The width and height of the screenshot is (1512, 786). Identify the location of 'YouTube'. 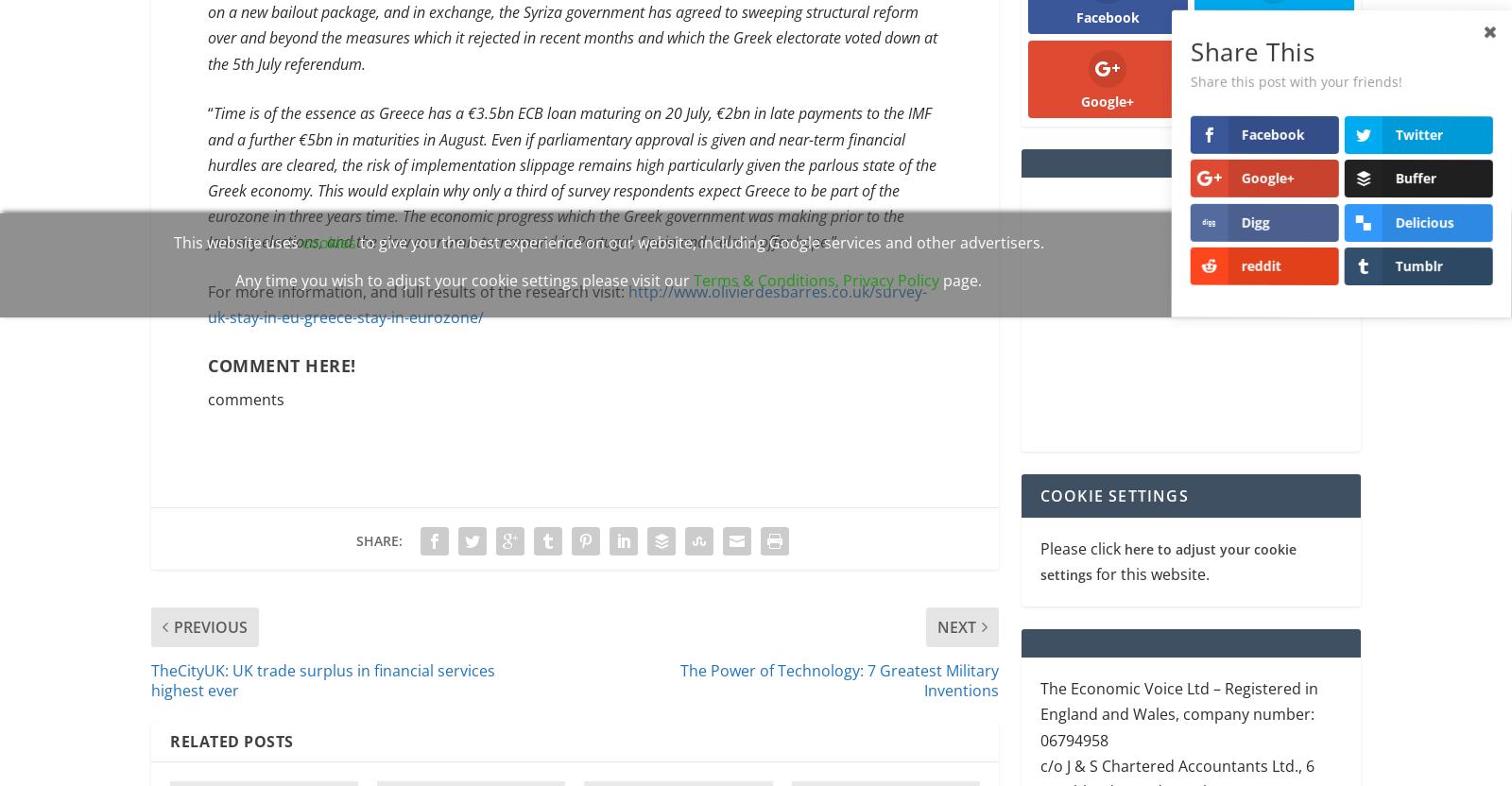
(1272, 103).